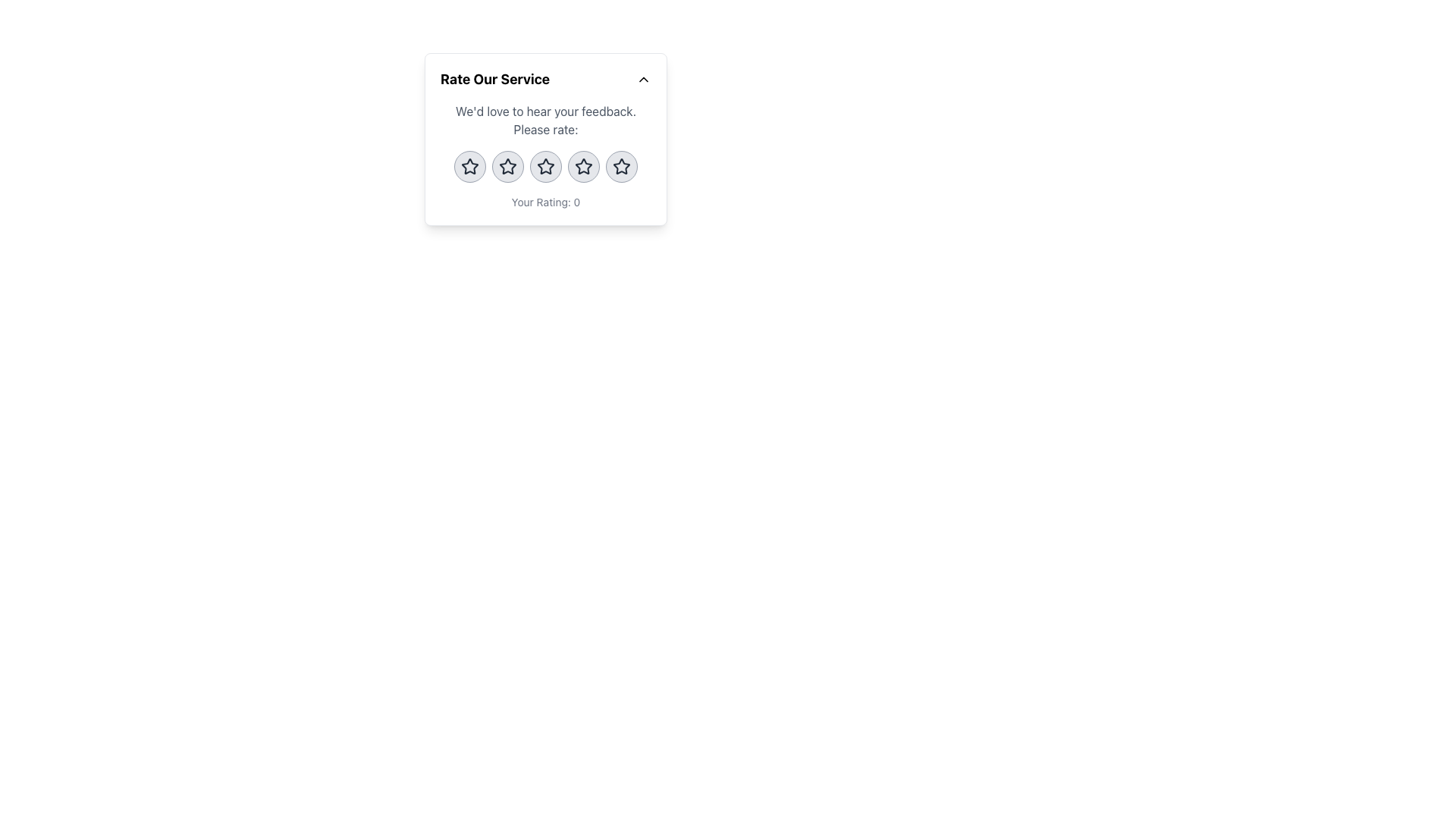 The height and width of the screenshot is (819, 1456). Describe the element at coordinates (546, 201) in the screenshot. I see `the text display indicating the user's current rating selection located at the bottom of the feedback section, directly below the rating stars` at that location.